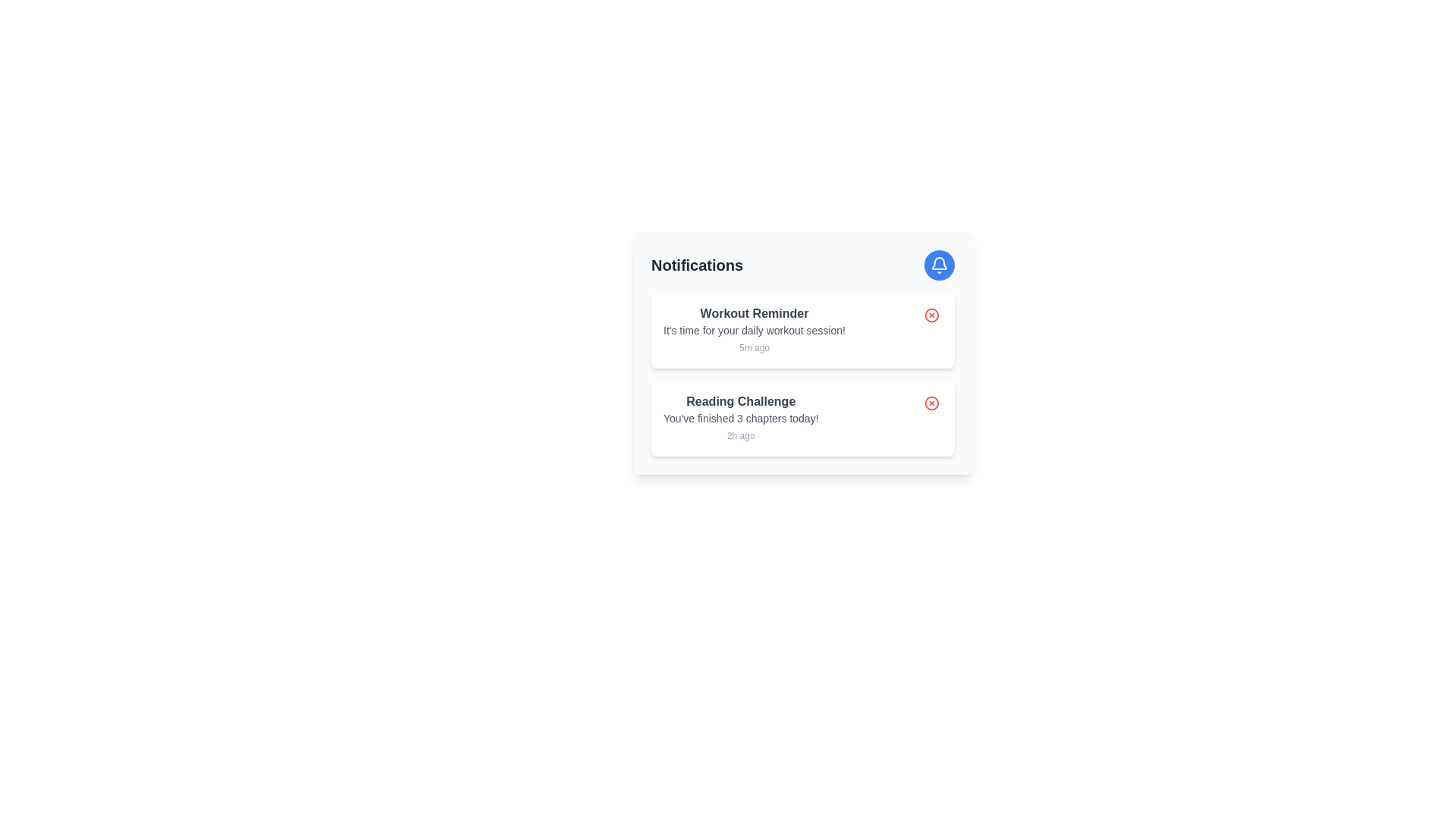  I want to click on informational text label that says 'You’ve finished 3 chapters today!' located within the 'Reading Challenge' notification card, positioned below the headline, so click(741, 418).